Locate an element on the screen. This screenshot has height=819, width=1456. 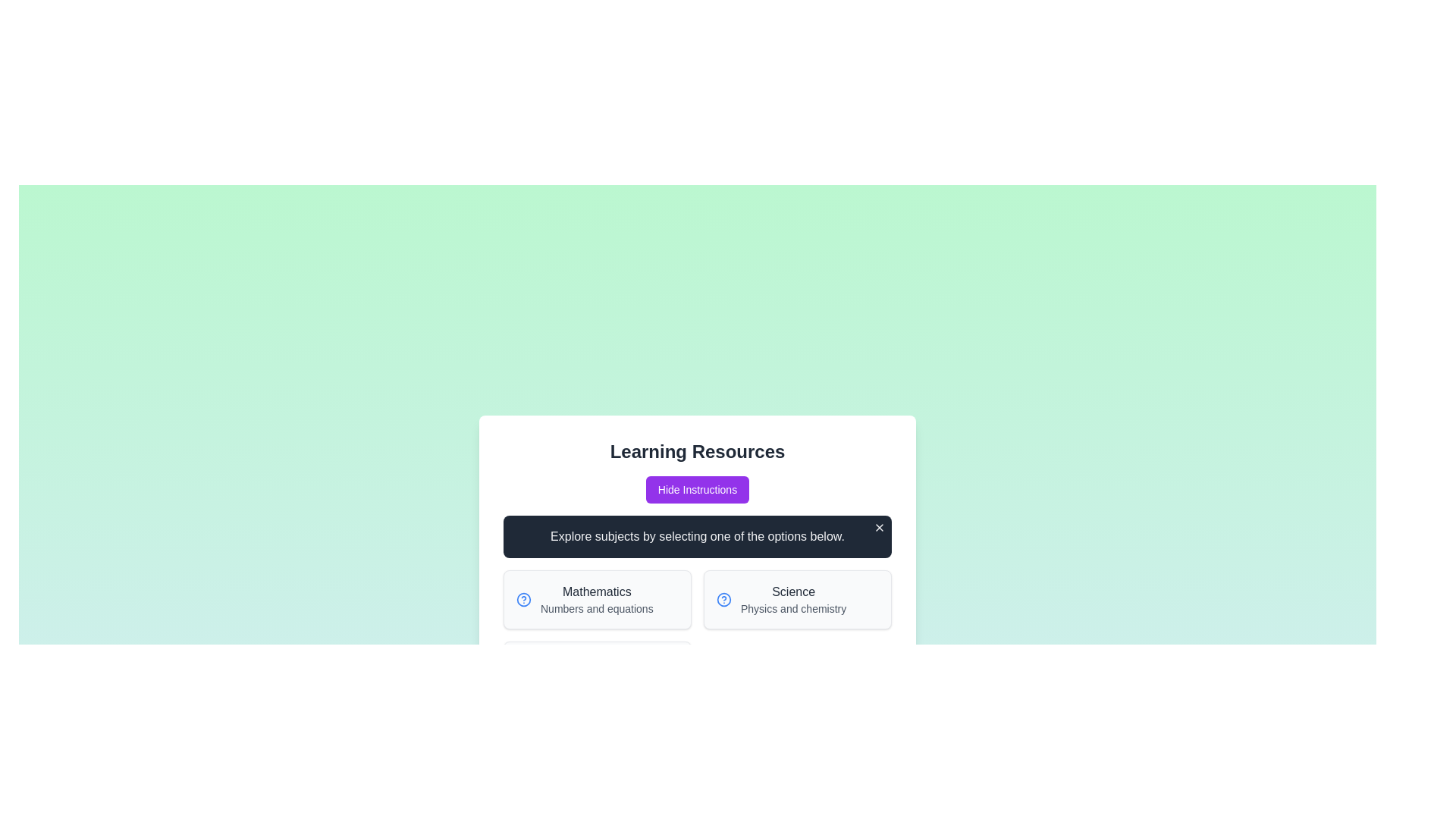
the close button located at the top-right corner of the instructional panel to change its color is located at coordinates (880, 526).